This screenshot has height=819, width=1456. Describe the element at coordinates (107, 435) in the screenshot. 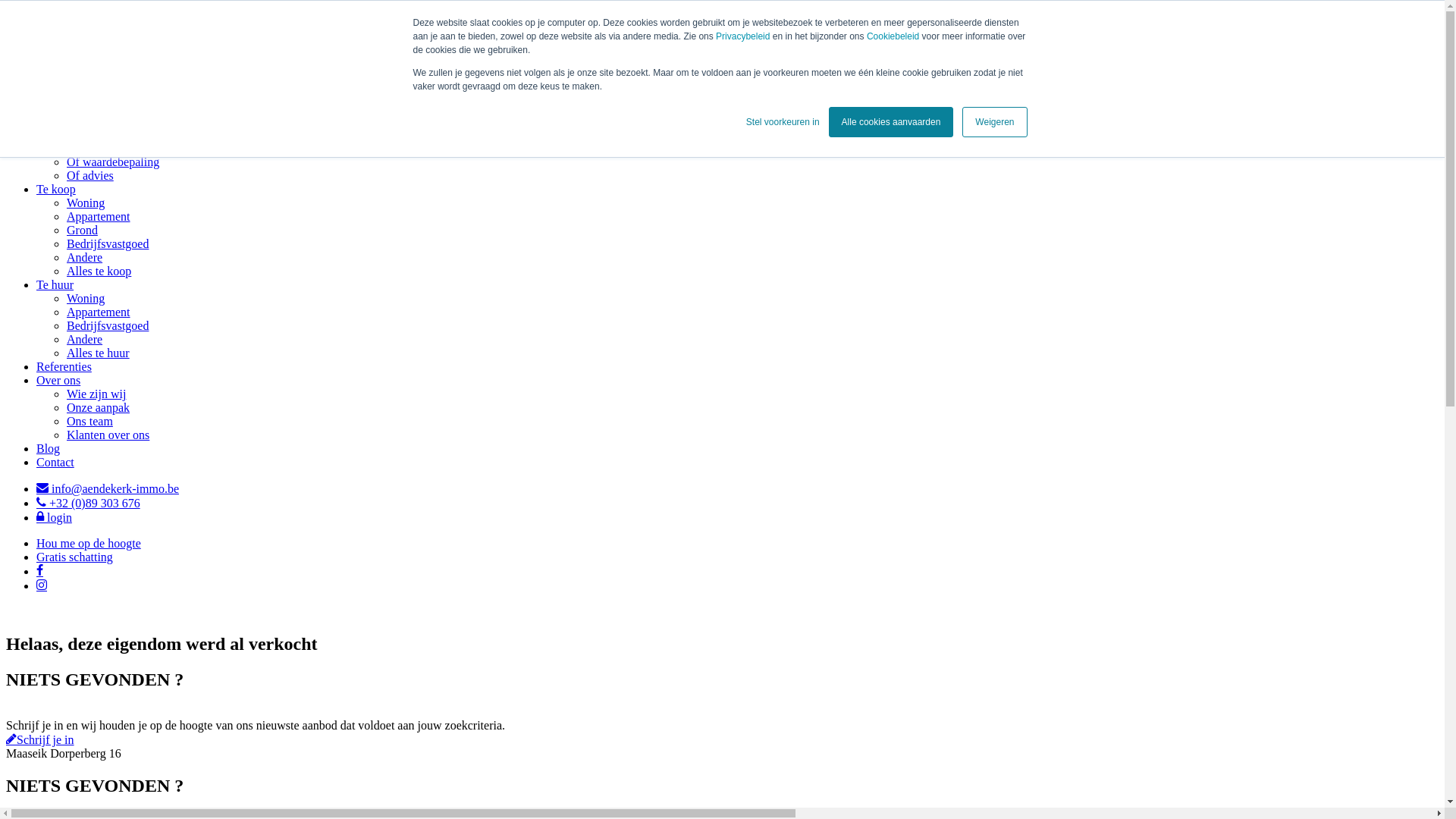

I see `'Klanten over ons'` at that location.